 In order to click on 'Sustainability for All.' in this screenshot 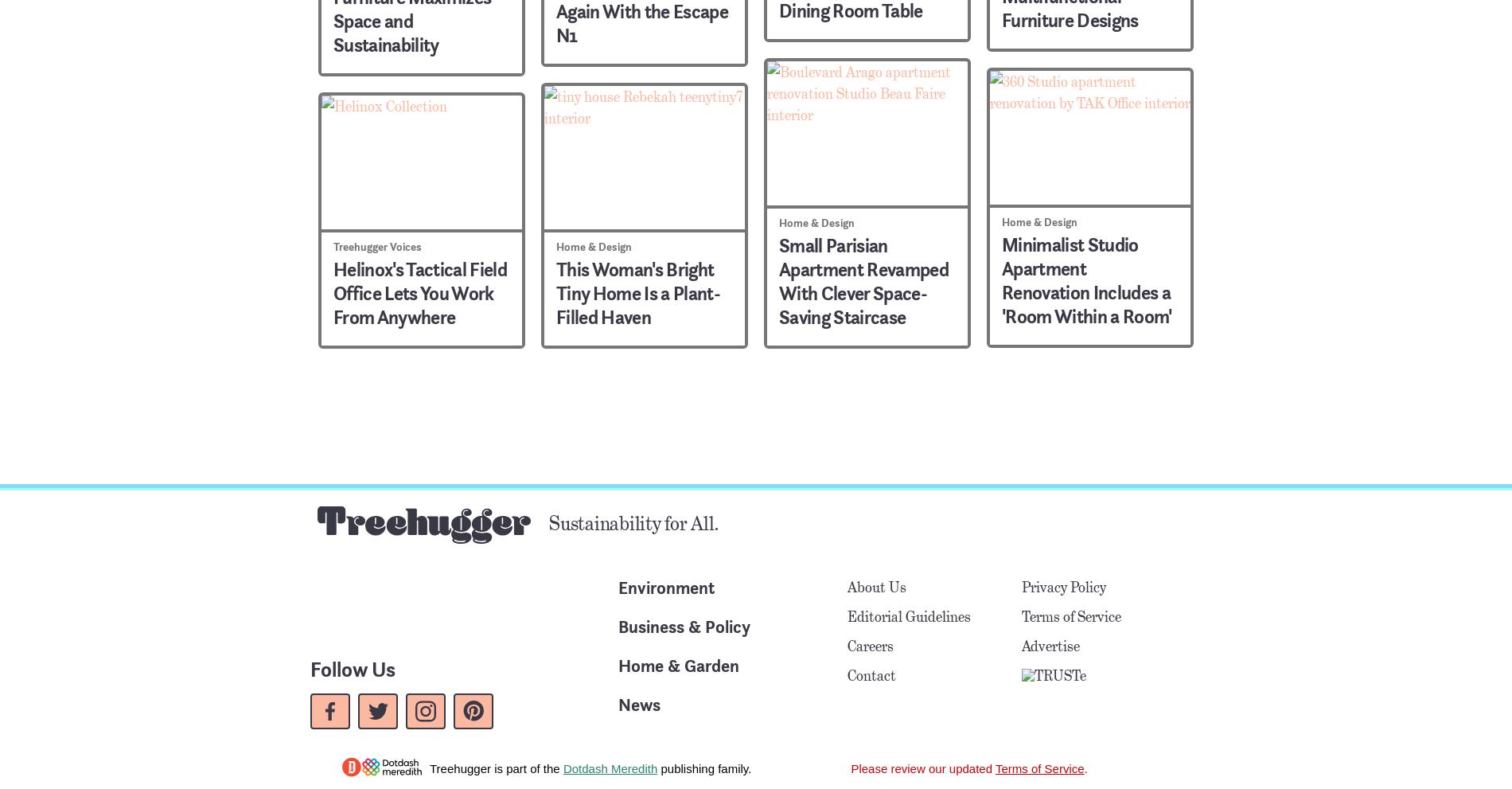, I will do `click(632, 521)`.